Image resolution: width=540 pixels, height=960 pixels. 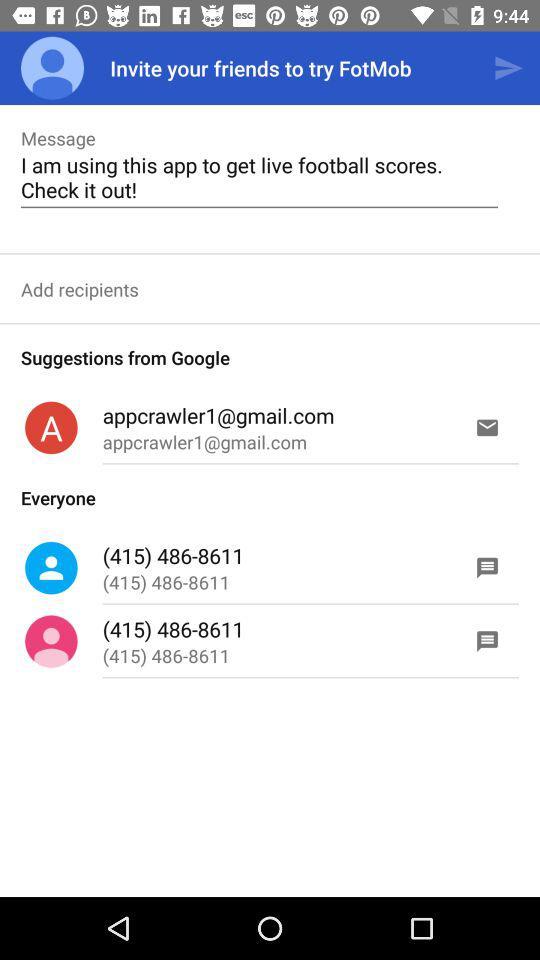 I want to click on the item above i am using icon, so click(x=508, y=68).